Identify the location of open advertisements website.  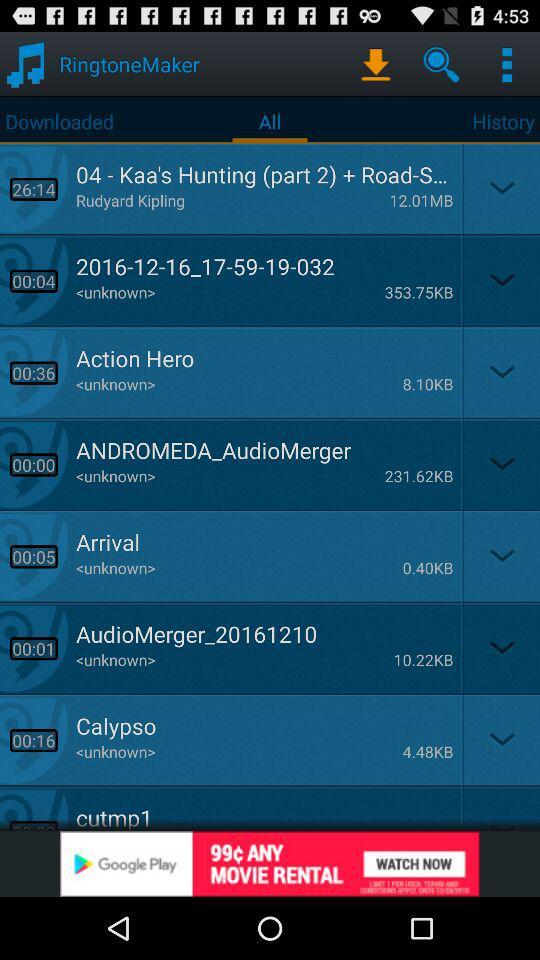
(270, 863).